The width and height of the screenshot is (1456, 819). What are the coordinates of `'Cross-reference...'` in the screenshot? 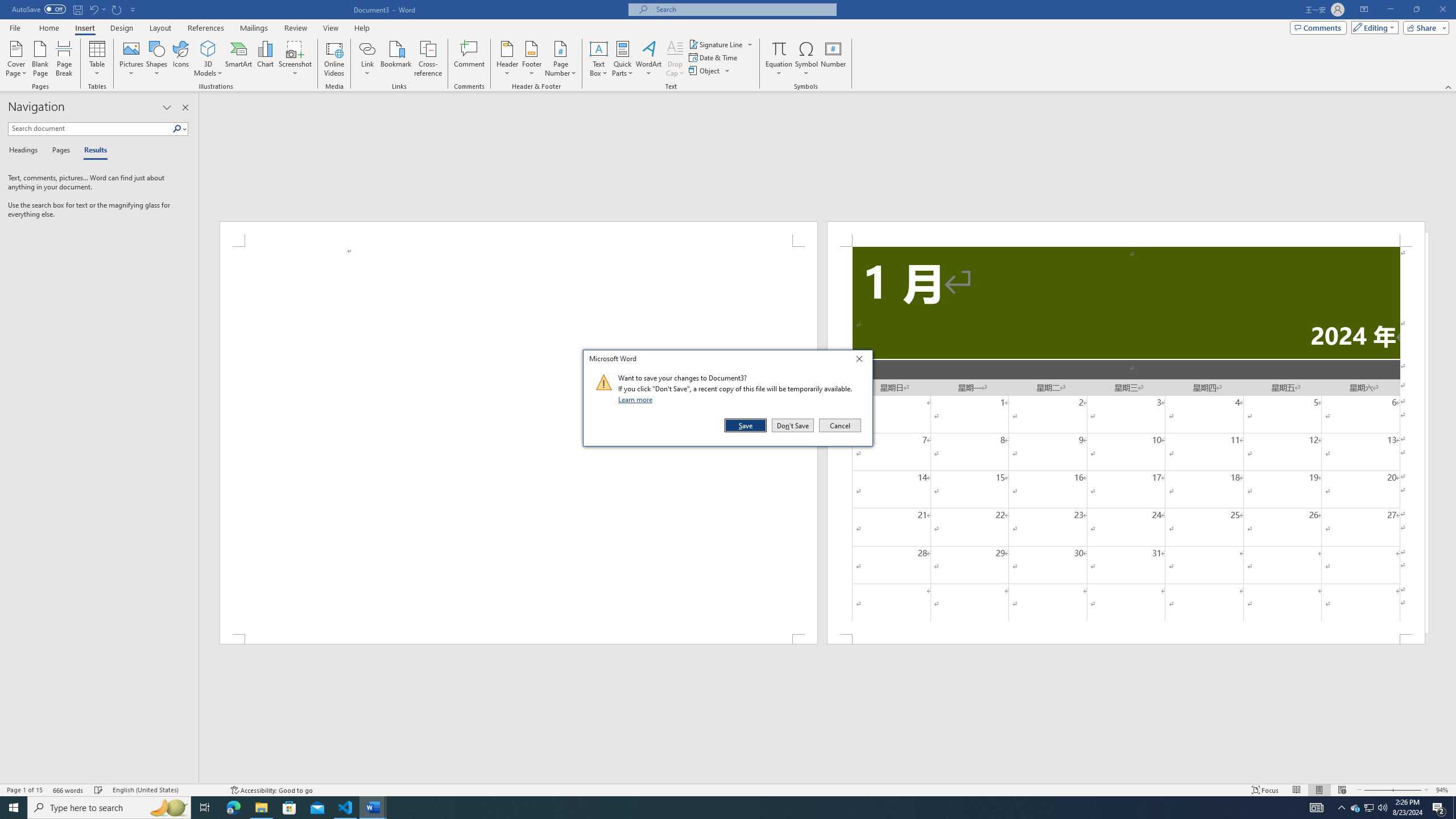 It's located at (428, 59).